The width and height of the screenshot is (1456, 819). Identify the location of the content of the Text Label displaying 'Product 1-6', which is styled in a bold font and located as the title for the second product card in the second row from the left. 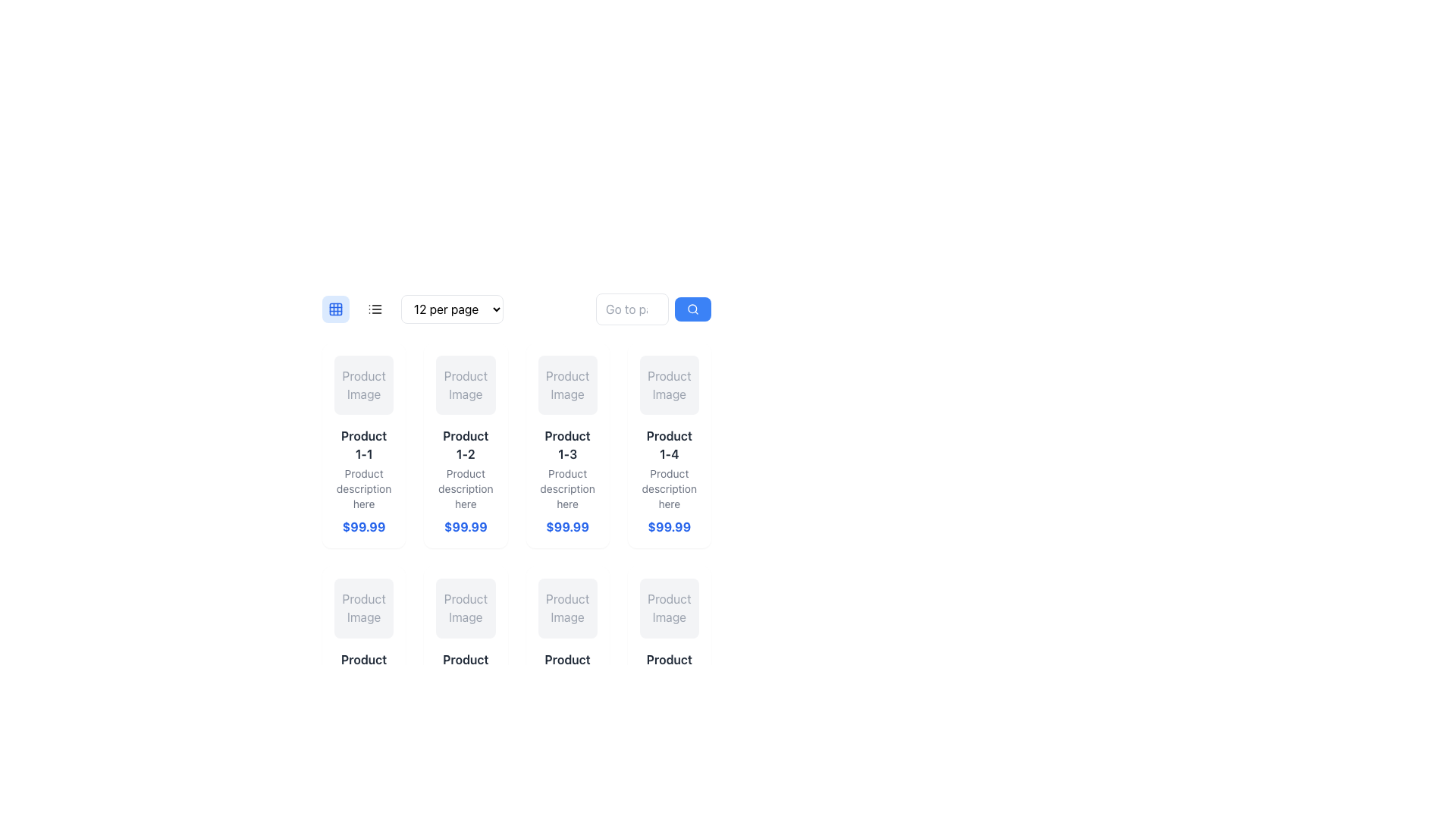
(465, 667).